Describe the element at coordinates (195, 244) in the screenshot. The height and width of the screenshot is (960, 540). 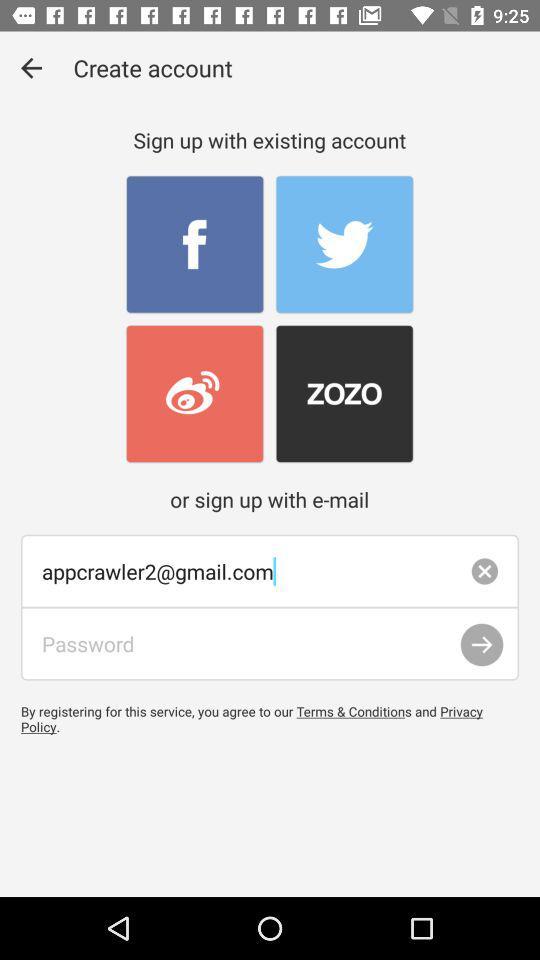
I see `sign in with facebook` at that location.